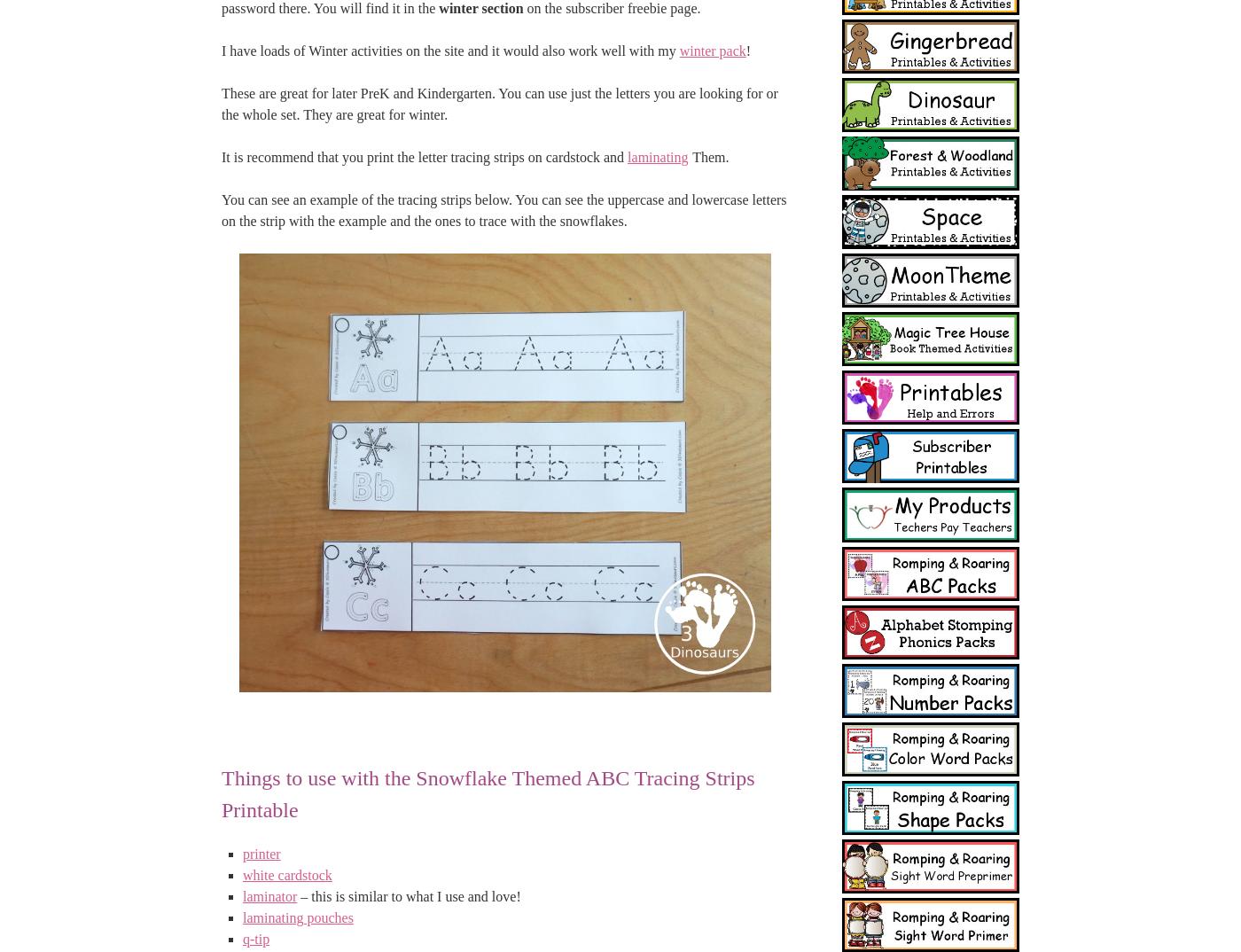 The width and height of the screenshot is (1241, 952). I want to click on 'You can see an example of the tracing strips below. You can see the uppercase and lowercase letters on the strip with the example and the ones to trace with the snowflakes.', so click(503, 209).